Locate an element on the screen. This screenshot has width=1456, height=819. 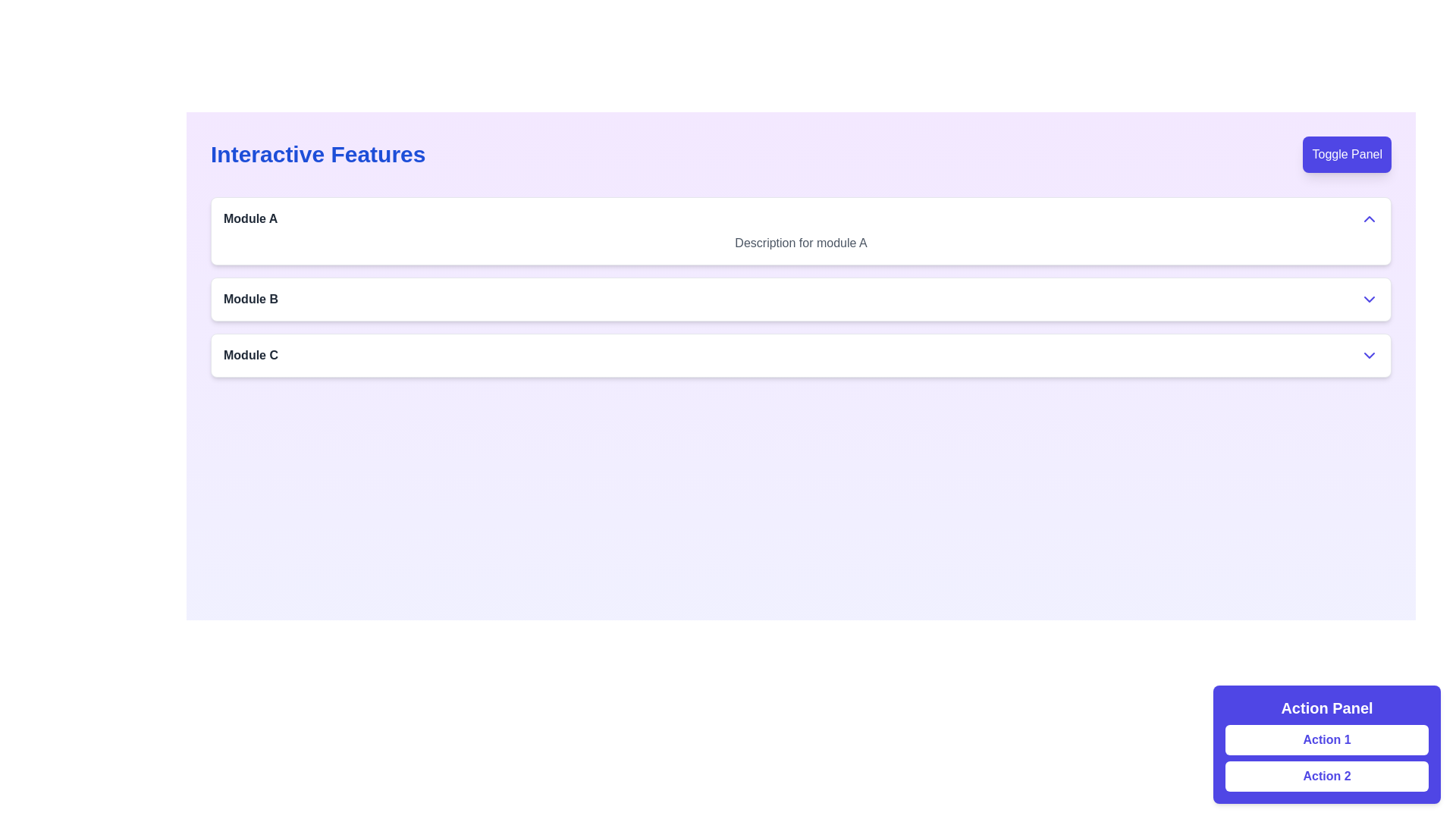
text label that serves as a title for the module, helping users identify the section it represents is located at coordinates (250, 219).